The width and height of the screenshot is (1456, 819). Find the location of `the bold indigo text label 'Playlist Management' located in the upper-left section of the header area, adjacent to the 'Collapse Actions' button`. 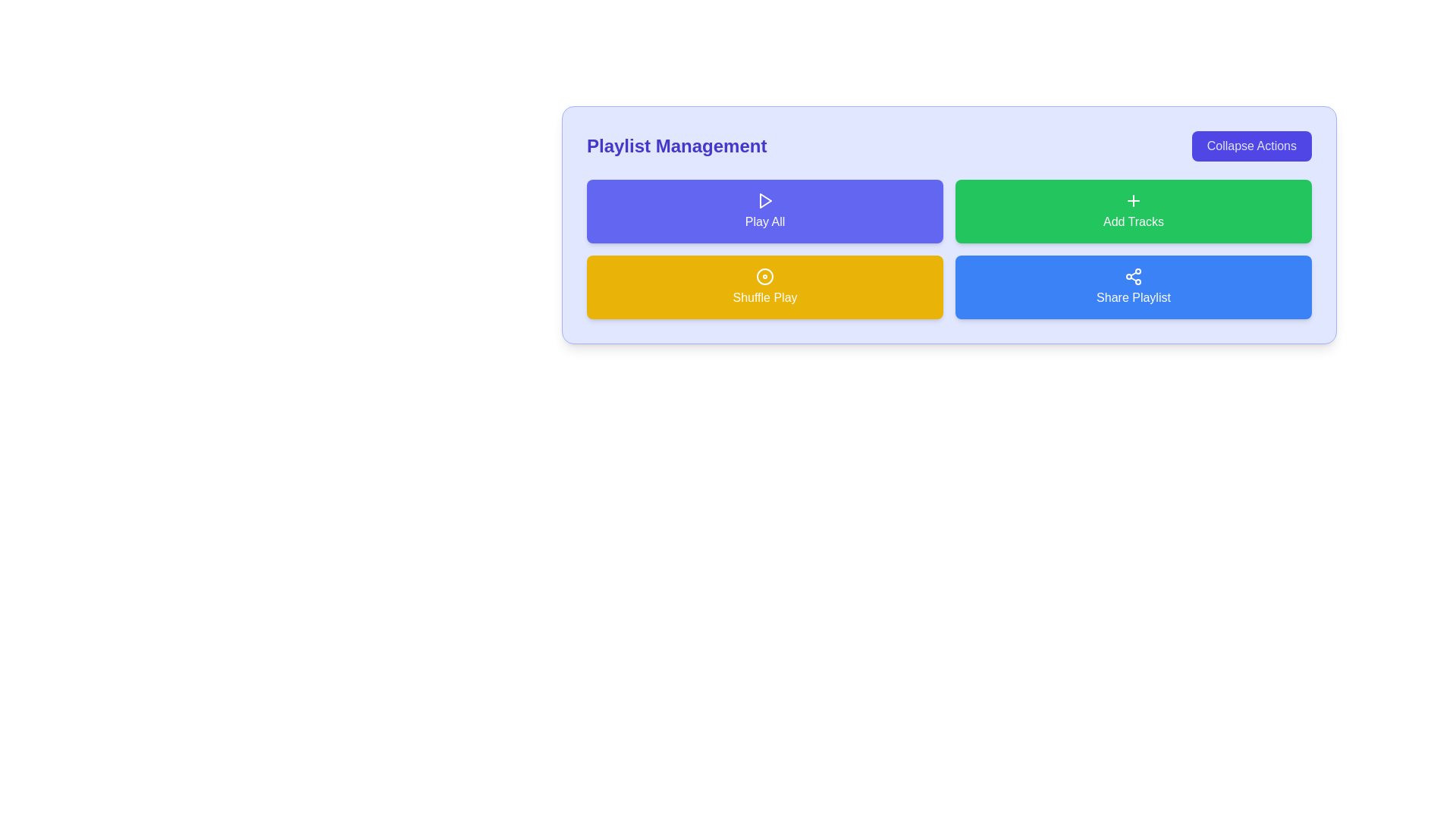

the bold indigo text label 'Playlist Management' located in the upper-left section of the header area, adjacent to the 'Collapse Actions' button is located at coordinates (676, 146).